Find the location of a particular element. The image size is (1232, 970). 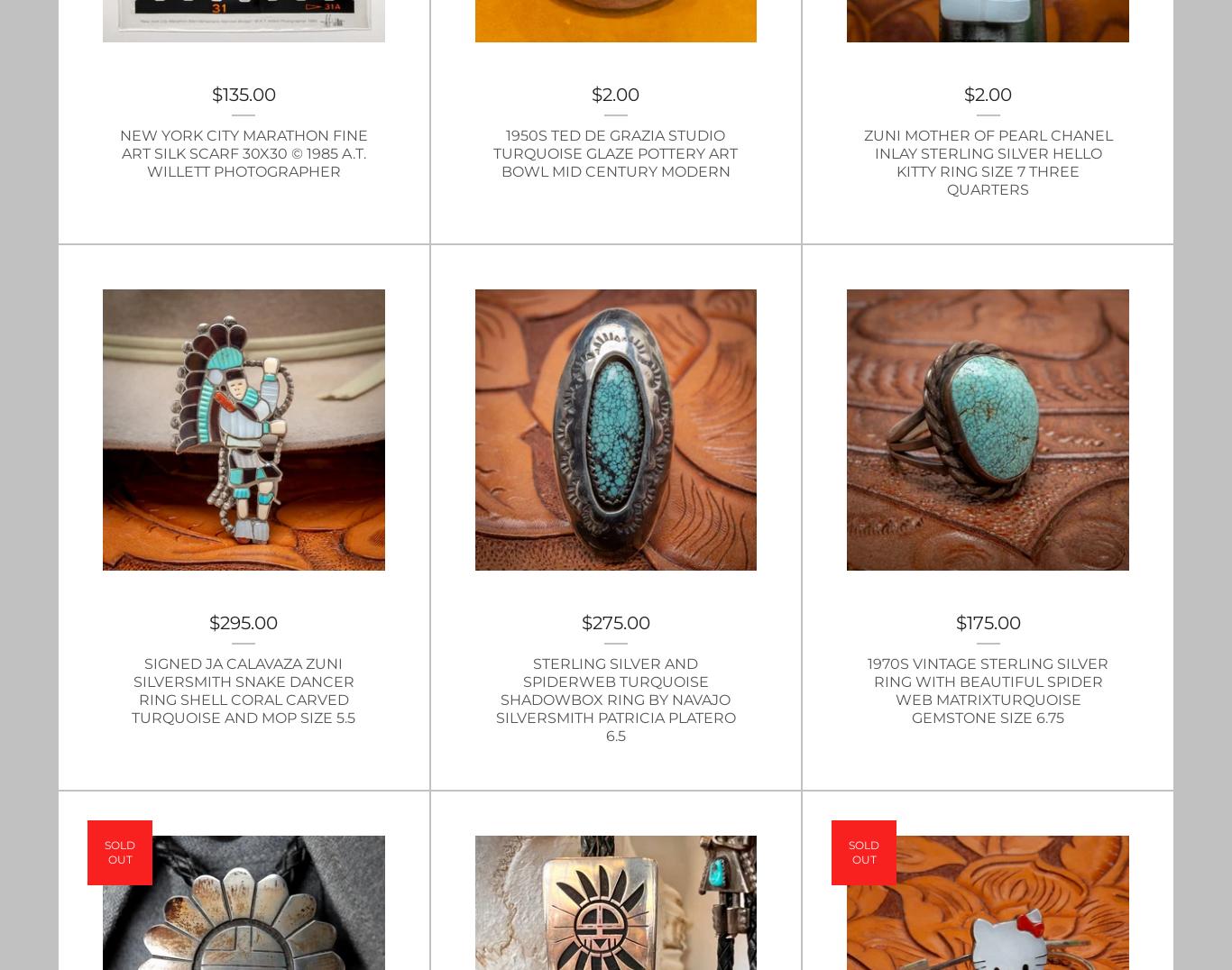

'Sterling Silver and Spiderweb Turquoise Shadowbox Ring by Navajo Silversmith Patricia Platero 6.5' is located at coordinates (614, 700).